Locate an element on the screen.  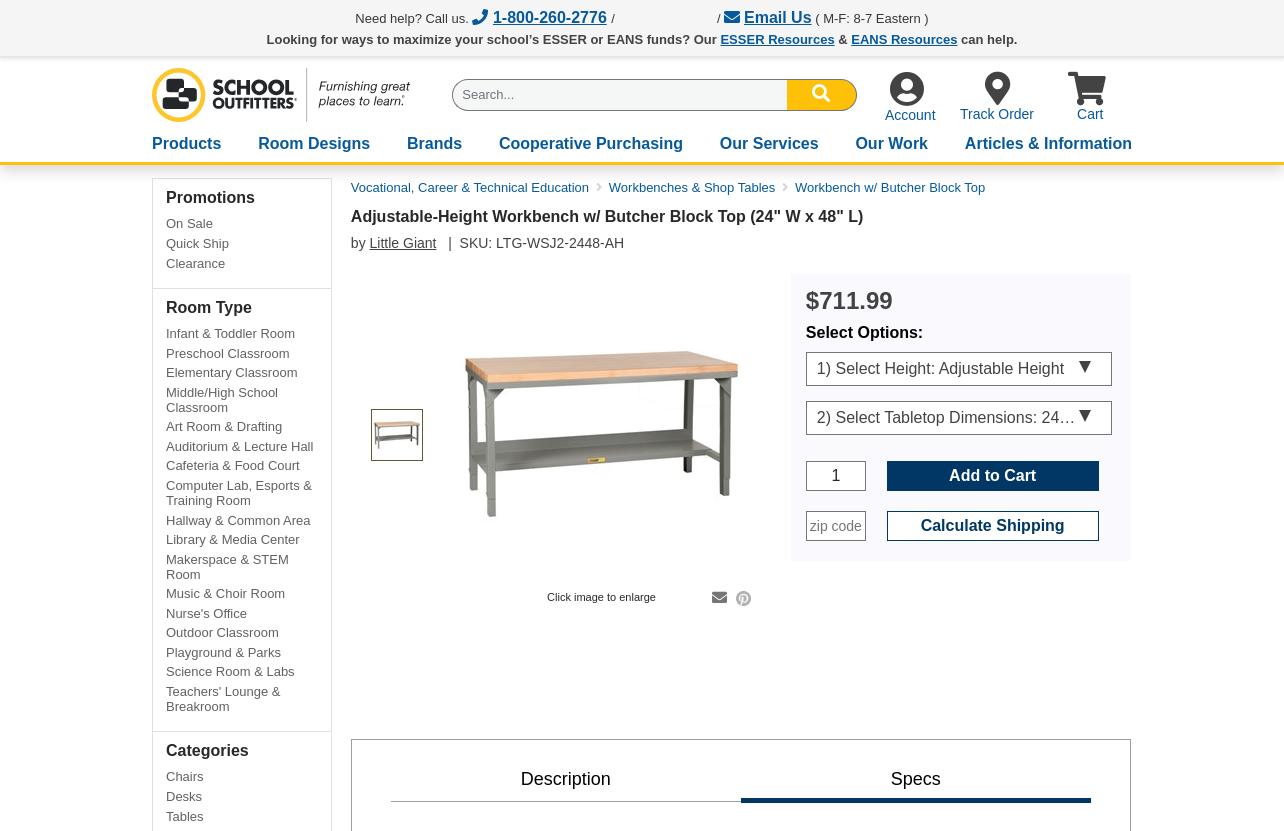
'Art Room & Drafting' is located at coordinates (223, 425).